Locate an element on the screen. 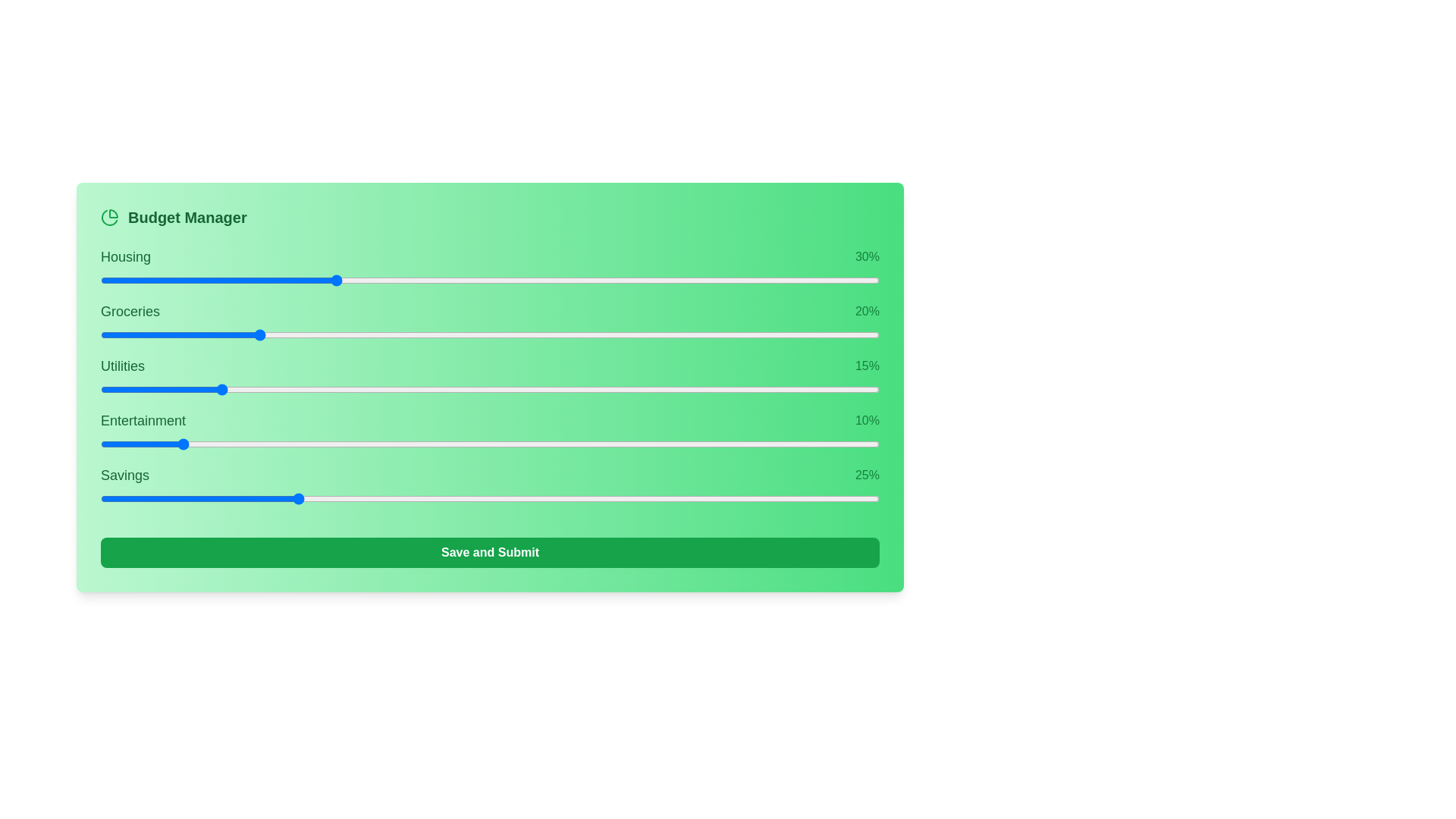 The width and height of the screenshot is (1456, 819). the slider for 3 to 45% allocation is located at coordinates (665, 444).